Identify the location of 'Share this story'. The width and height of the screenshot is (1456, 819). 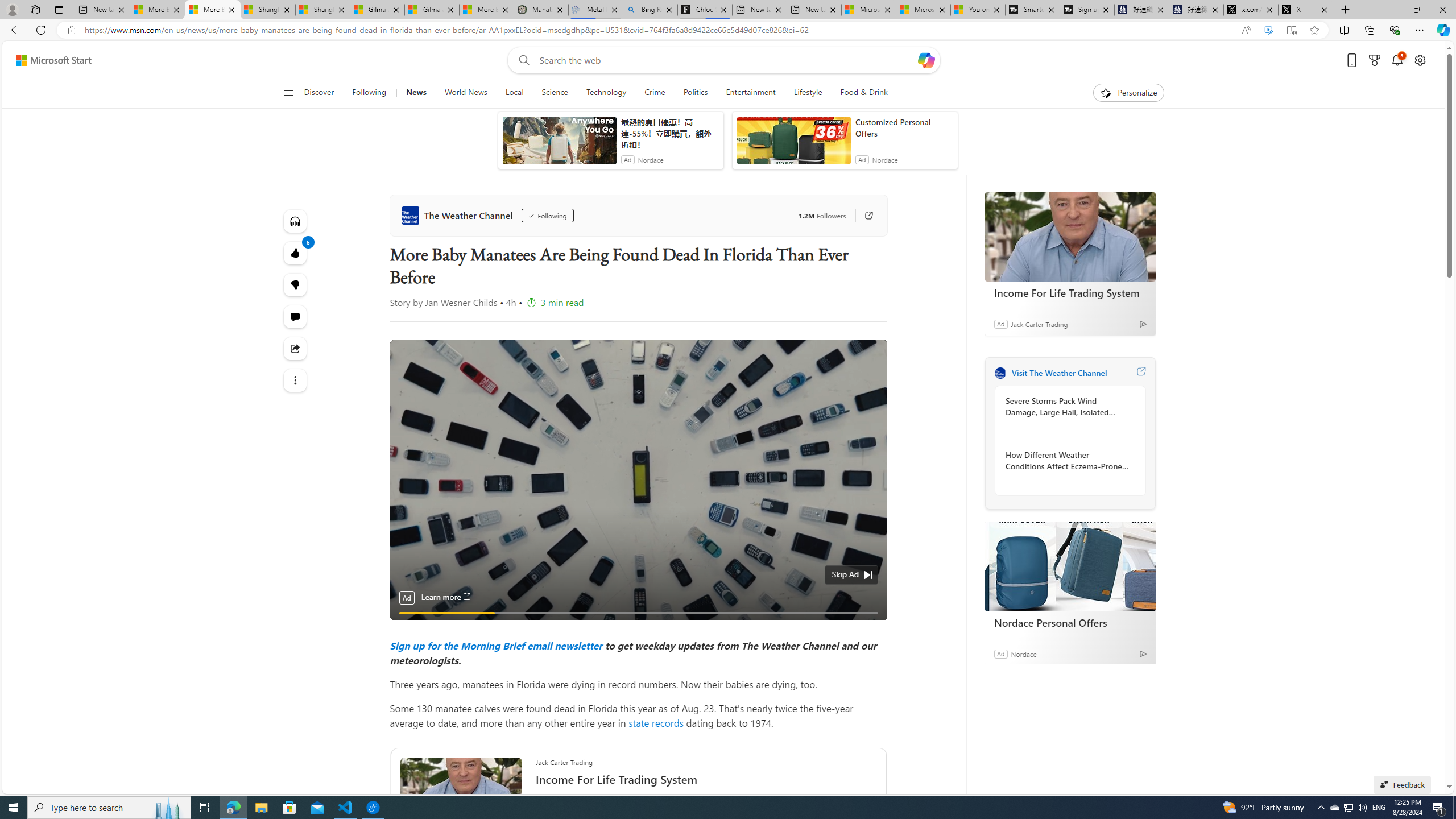
(295, 348).